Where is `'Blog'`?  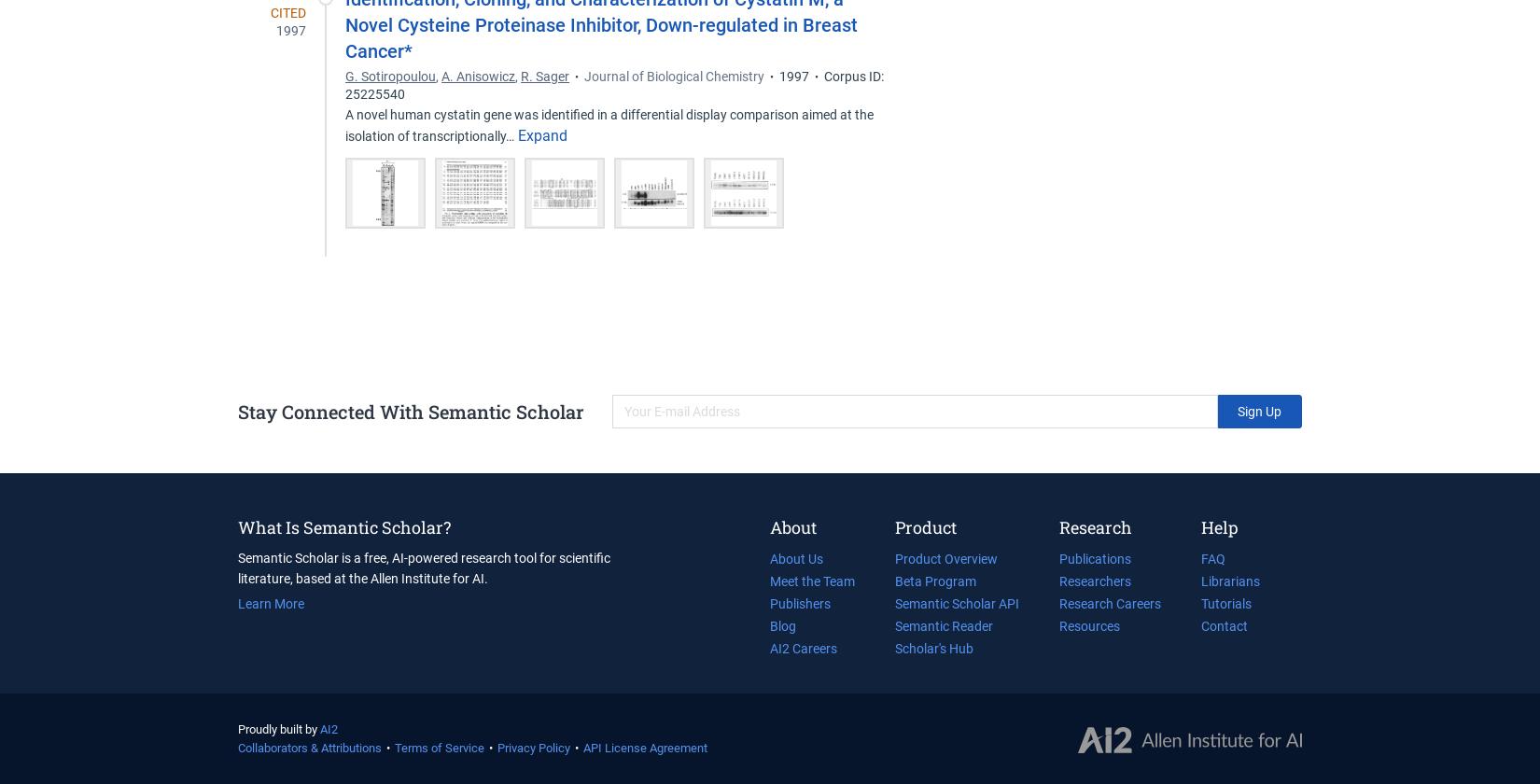
'Blog' is located at coordinates (770, 625).